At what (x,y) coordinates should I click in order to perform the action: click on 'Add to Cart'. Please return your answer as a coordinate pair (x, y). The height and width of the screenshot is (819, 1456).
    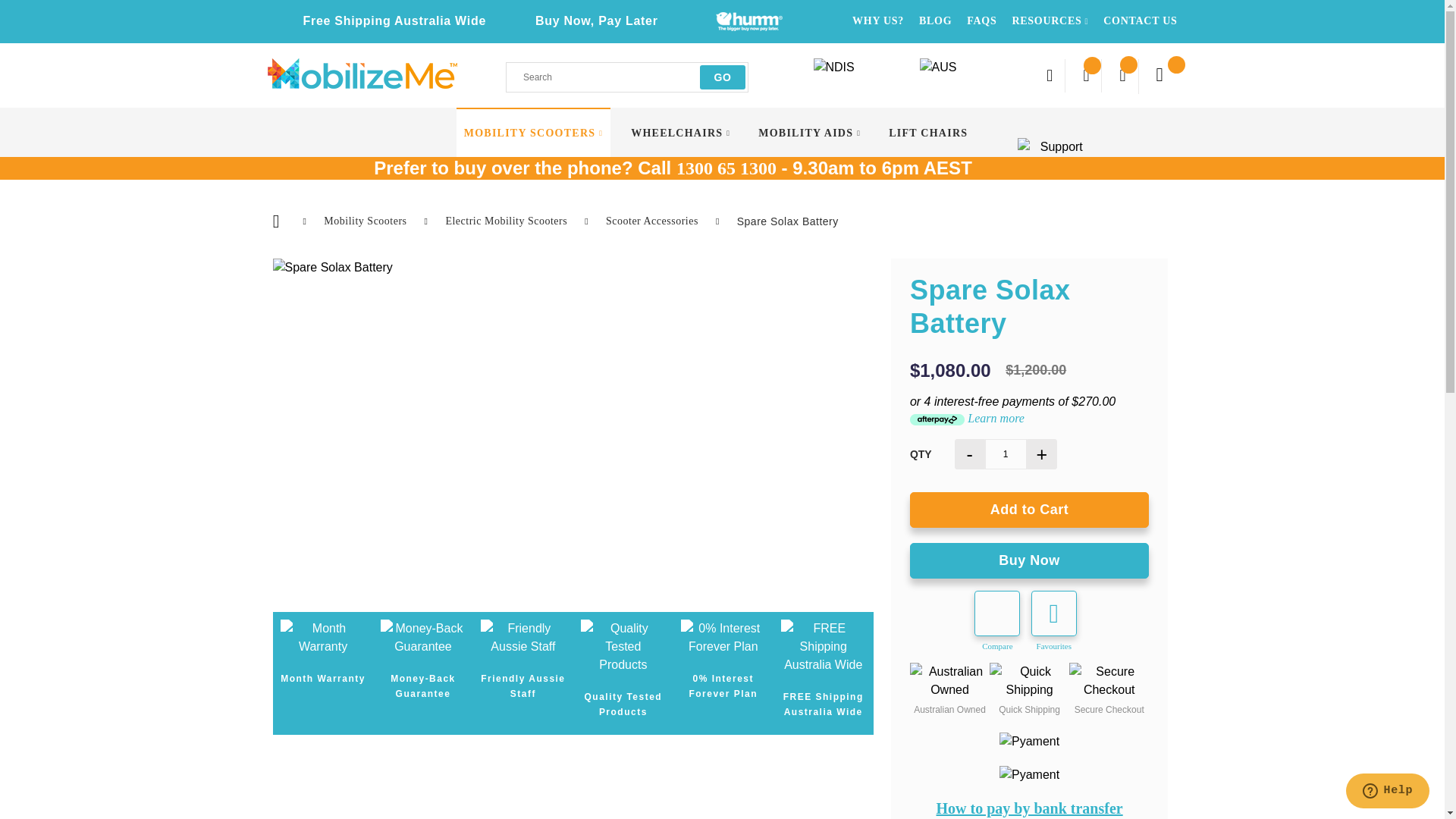
    Looking at the image, I should click on (1029, 510).